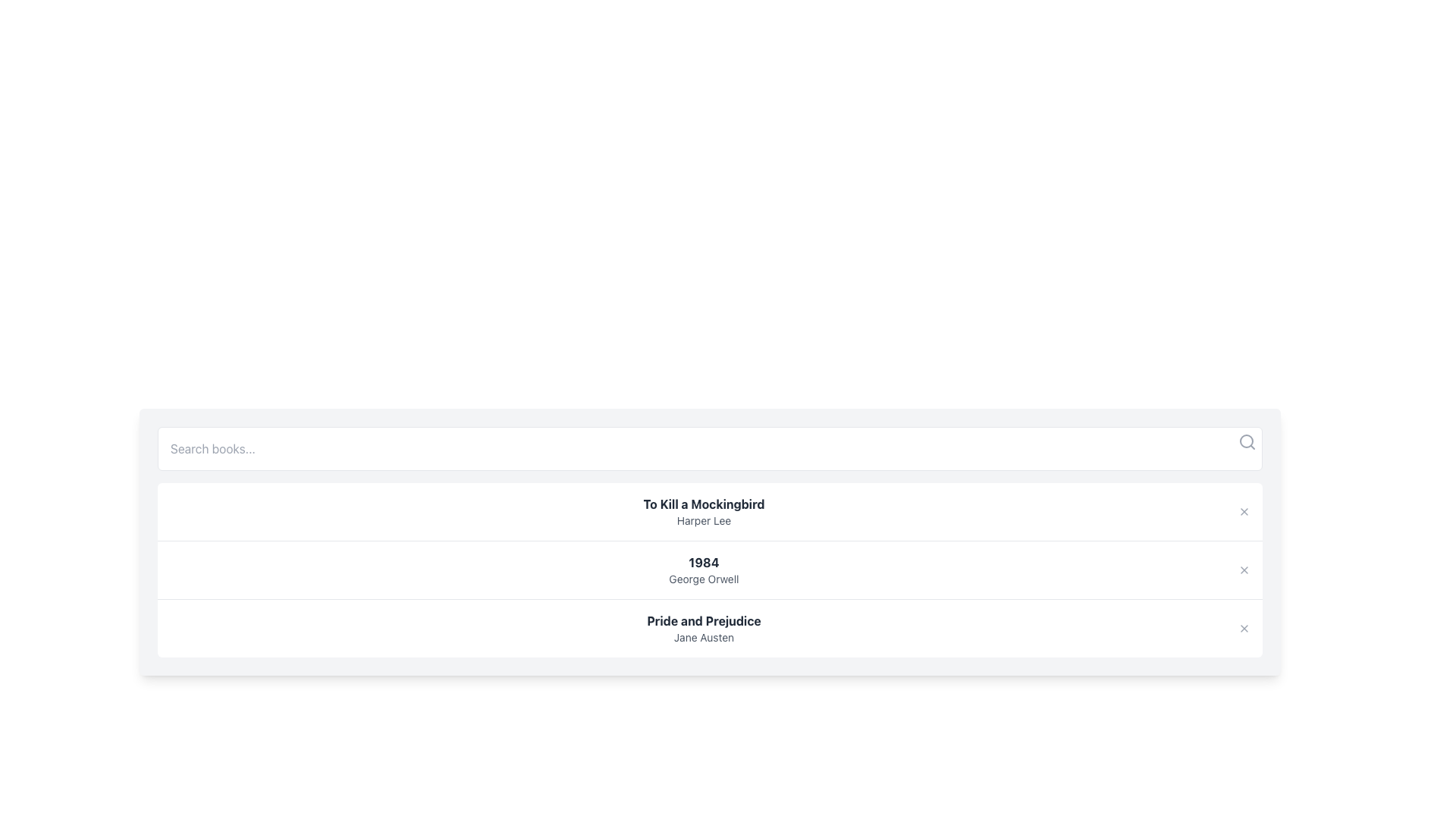 This screenshot has width=1456, height=819. I want to click on the Label element displaying the text 'Harper Lee' located beneath the title 'To Kill a Mockingbird' in a structured list, so click(703, 519).